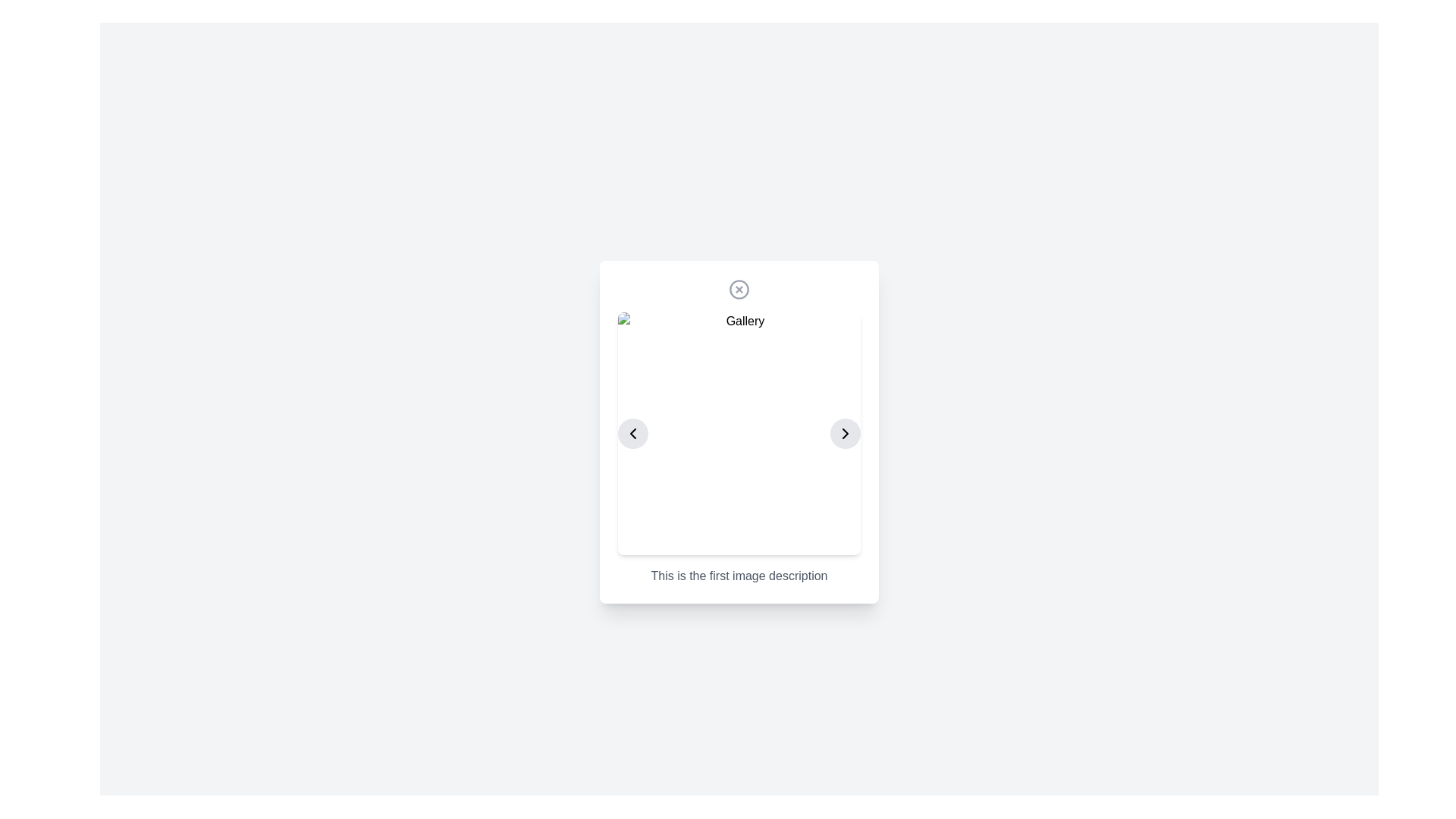  I want to click on the navigation button on the right side of the gallery or carousel to observe hover effects, so click(844, 433).